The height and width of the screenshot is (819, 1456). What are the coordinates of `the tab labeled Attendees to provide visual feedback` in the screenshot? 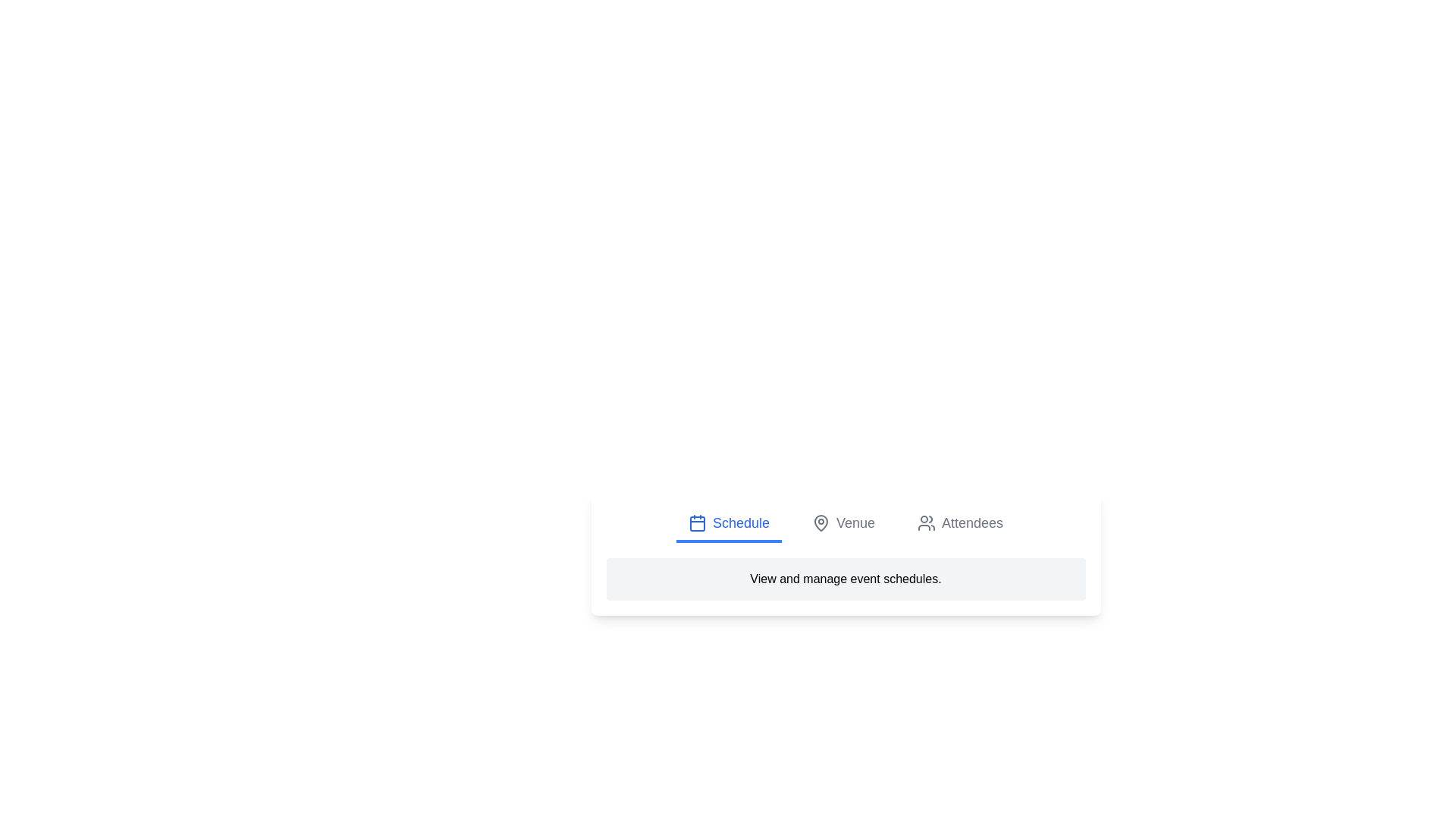 It's located at (959, 523).